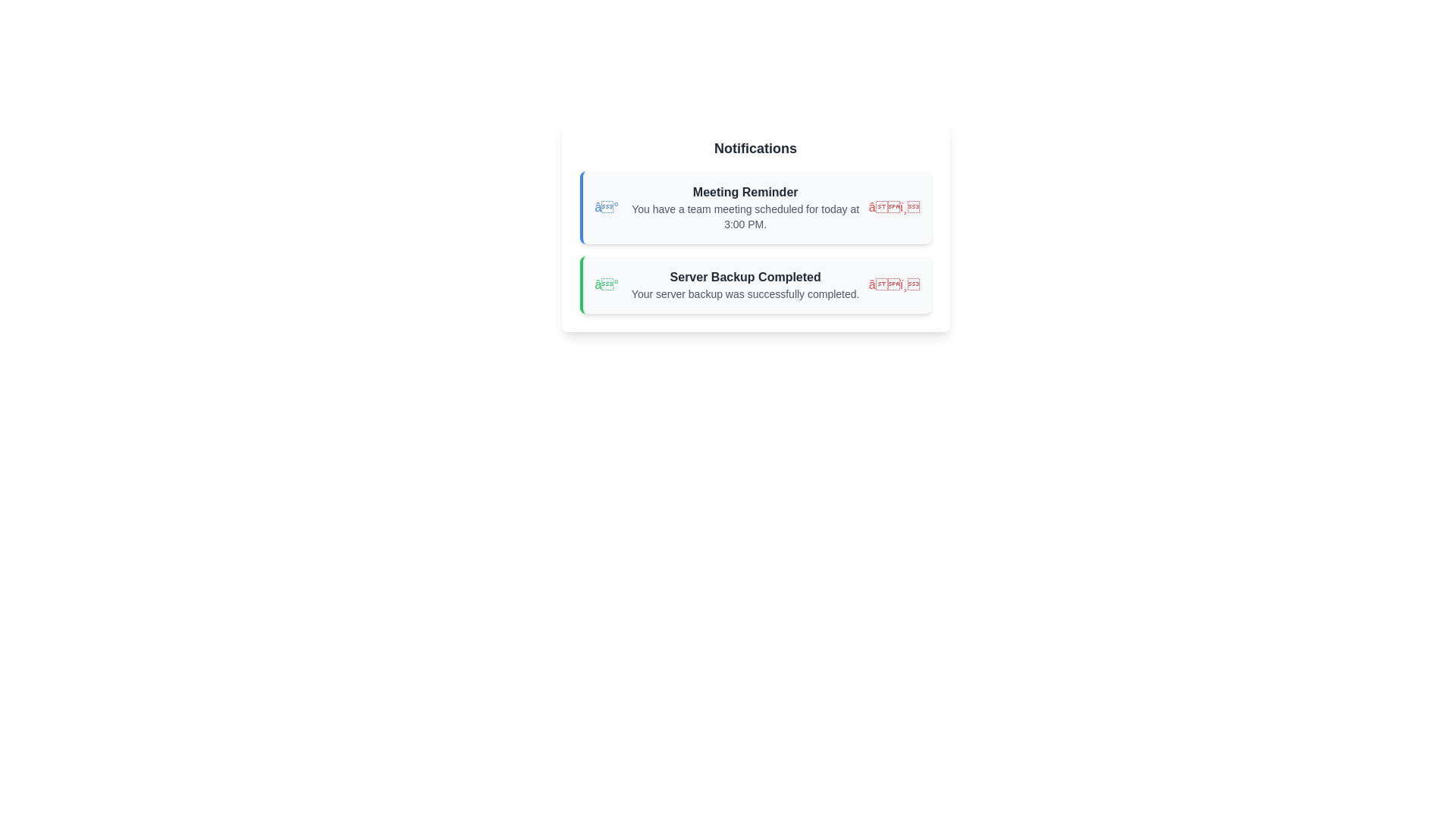 The image size is (1456, 819). What do you see at coordinates (745, 216) in the screenshot?
I see `text label that says 'You have a team meeting scheduled for today at 3:00 PM.' which is styled minimally with a small-sized, gray font and is located below the 'Meeting Reminder' heading` at bounding box center [745, 216].